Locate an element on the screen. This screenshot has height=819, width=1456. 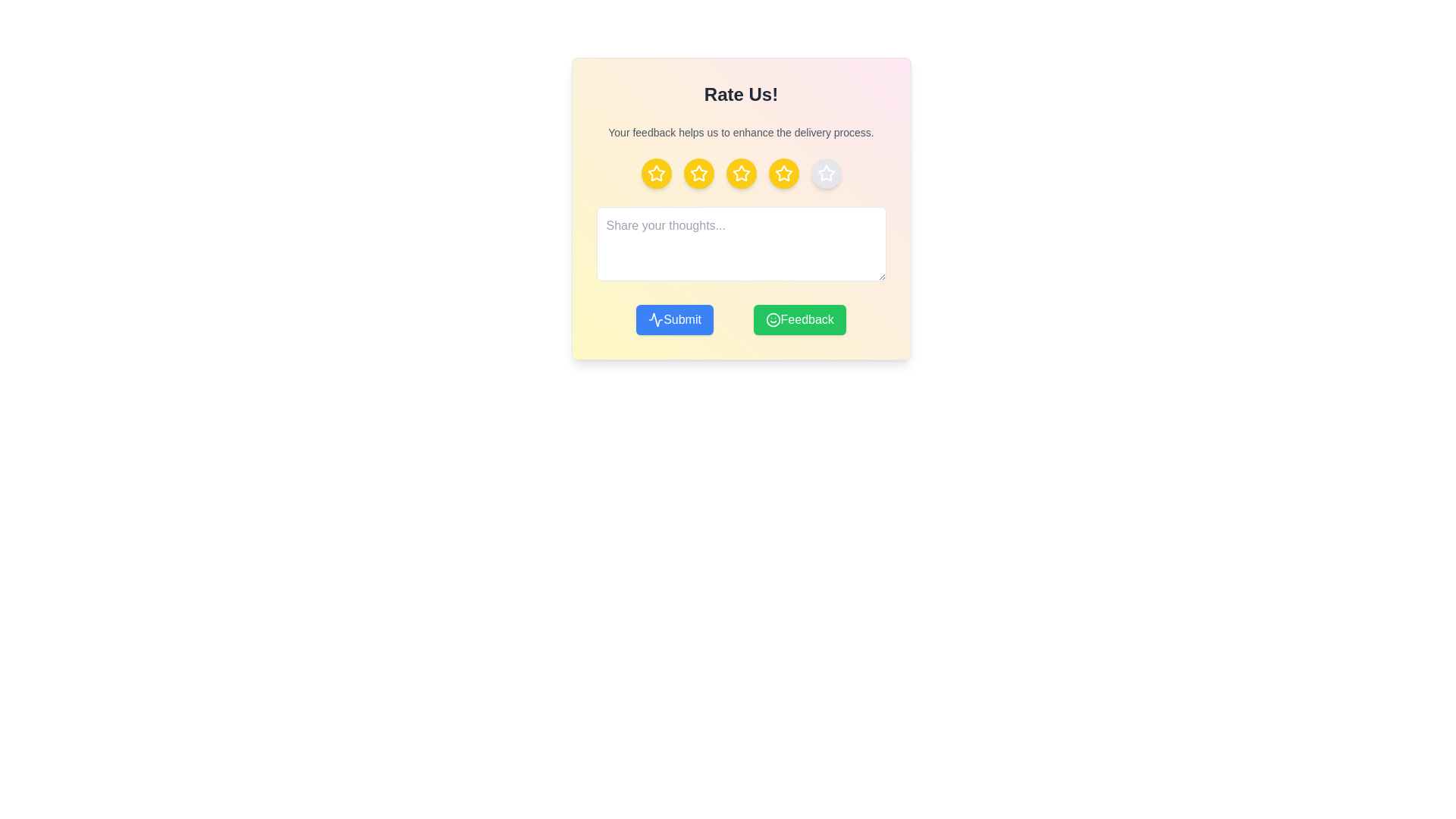
the rating to 4 stars by clicking on the corresponding star is located at coordinates (783, 172).